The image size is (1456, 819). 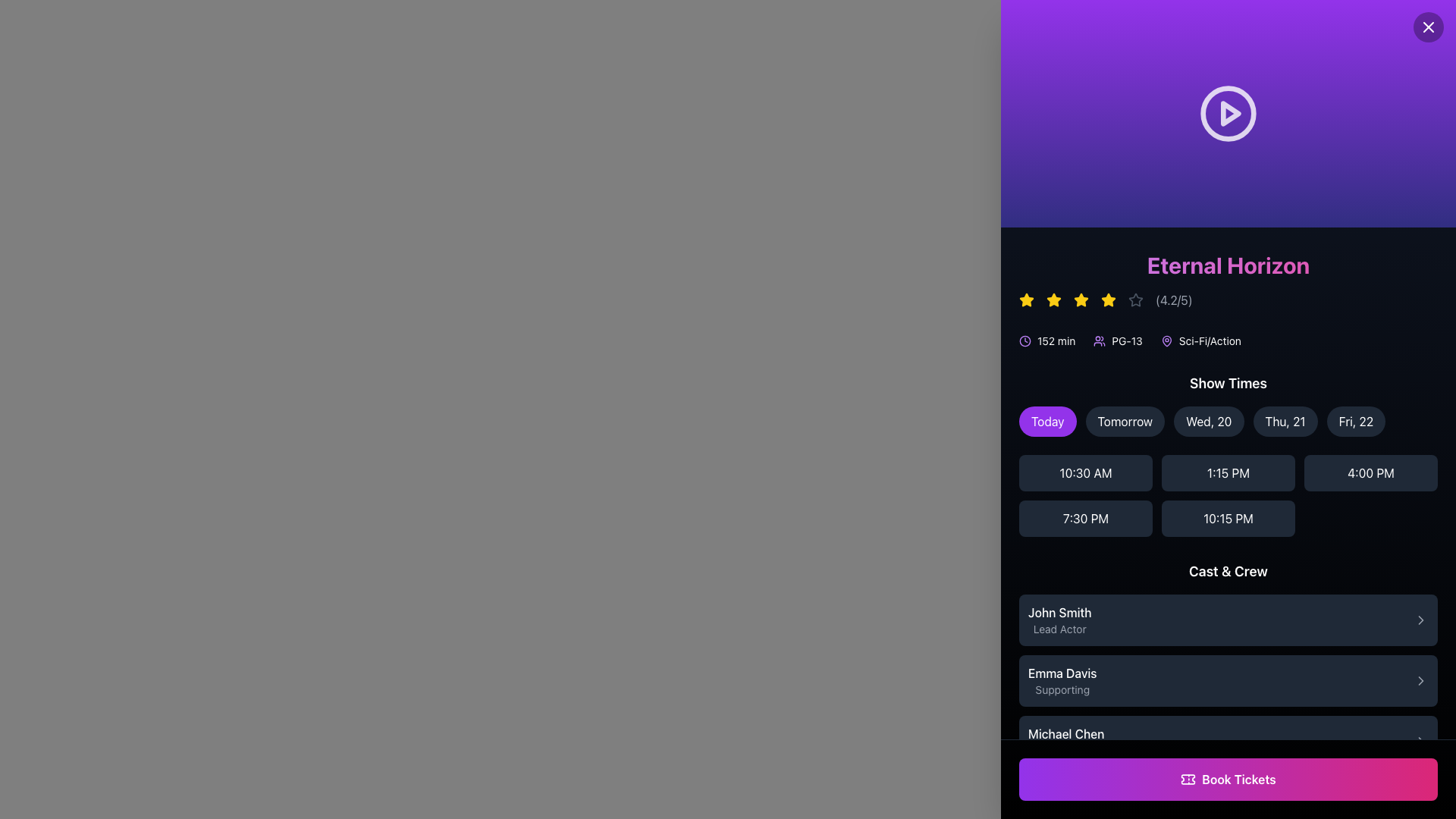 I want to click on the icon representing the GPS location or genre association for the movie 'Eternal Horizon', so click(x=1166, y=341).